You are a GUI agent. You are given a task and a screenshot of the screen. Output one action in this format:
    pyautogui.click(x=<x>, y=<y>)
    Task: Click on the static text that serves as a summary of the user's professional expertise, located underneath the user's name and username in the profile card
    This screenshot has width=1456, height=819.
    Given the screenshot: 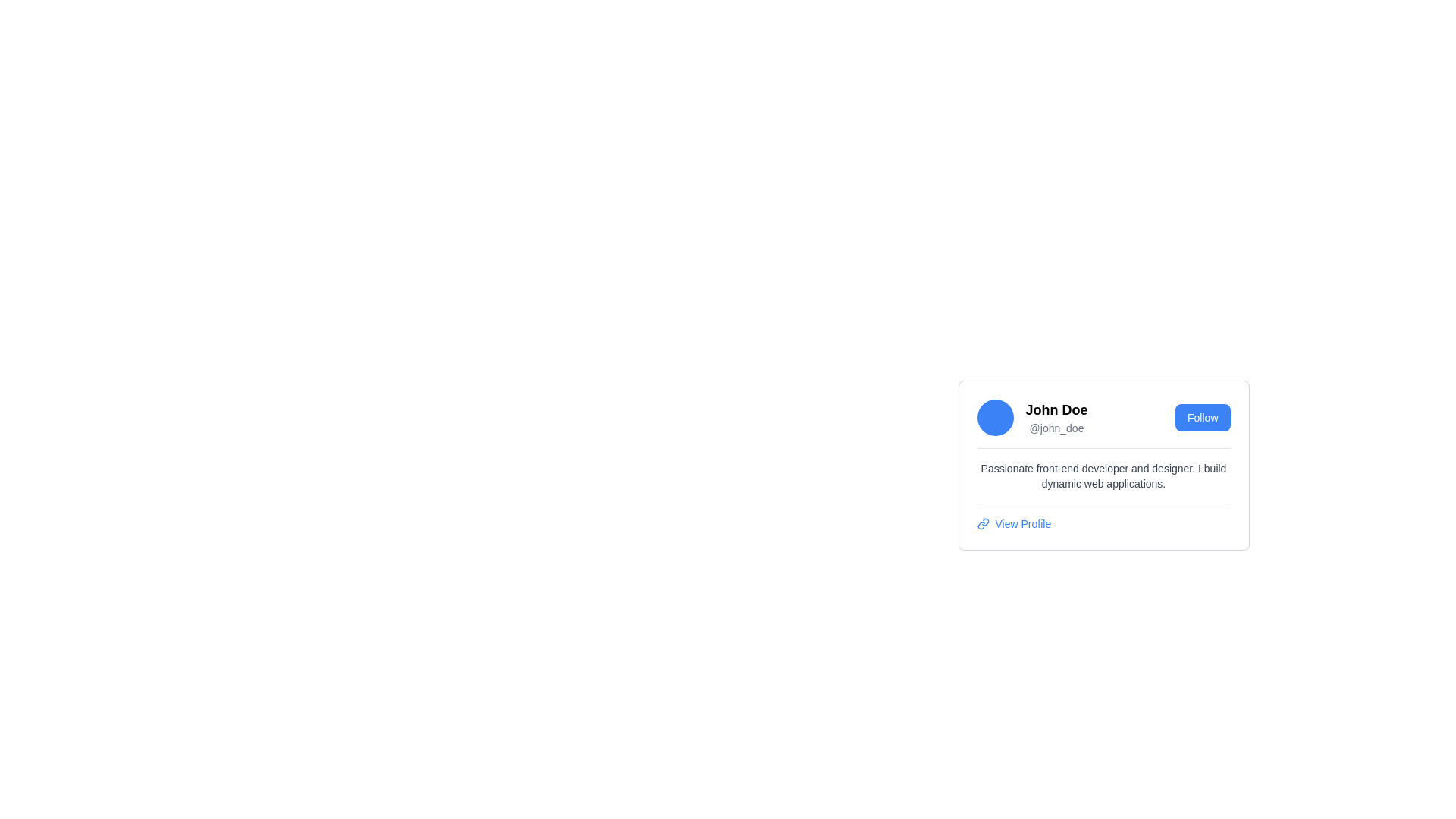 What is the action you would take?
    pyautogui.click(x=1103, y=475)
    